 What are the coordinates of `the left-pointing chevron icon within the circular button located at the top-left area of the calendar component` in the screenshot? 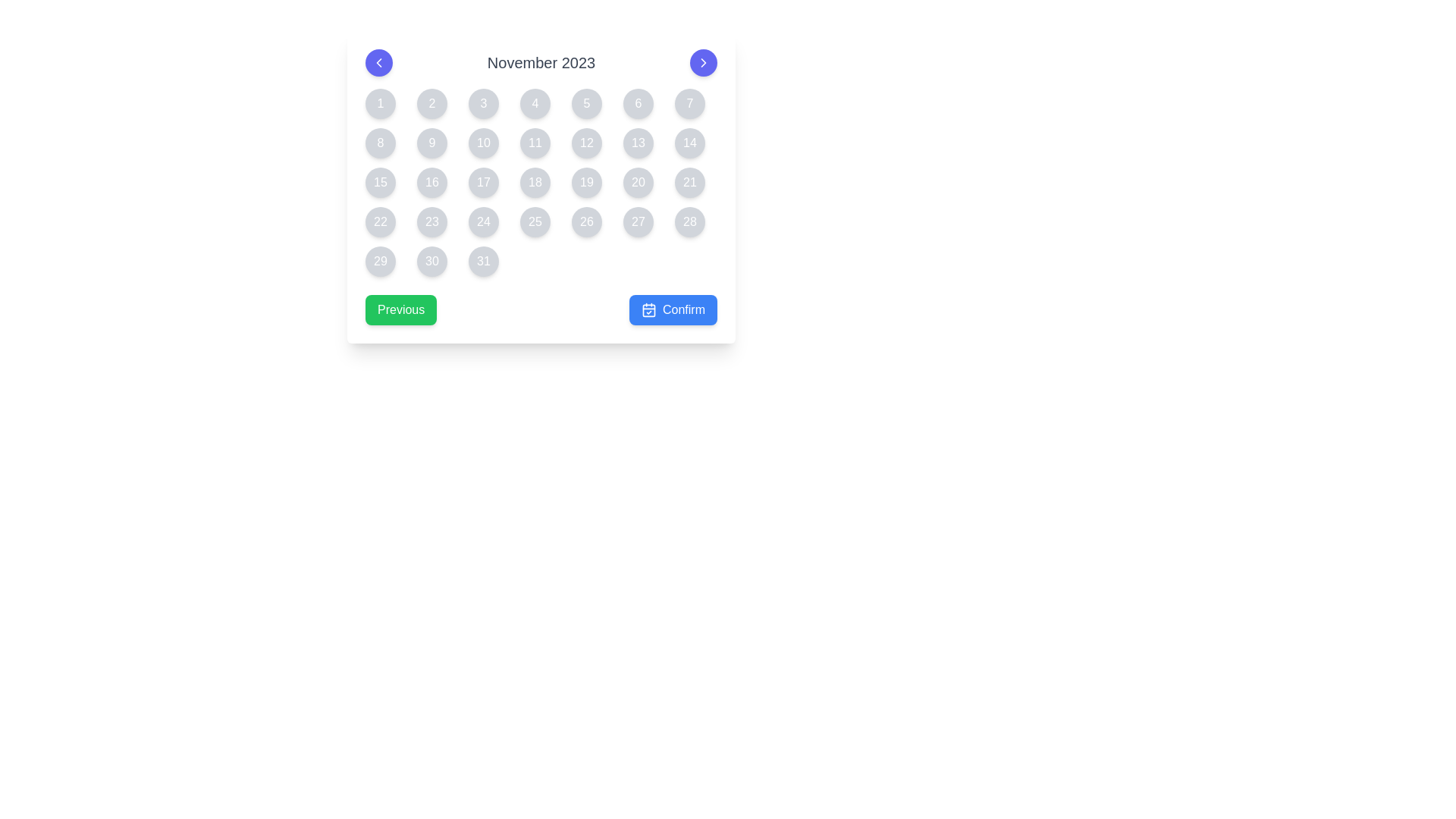 It's located at (378, 62).